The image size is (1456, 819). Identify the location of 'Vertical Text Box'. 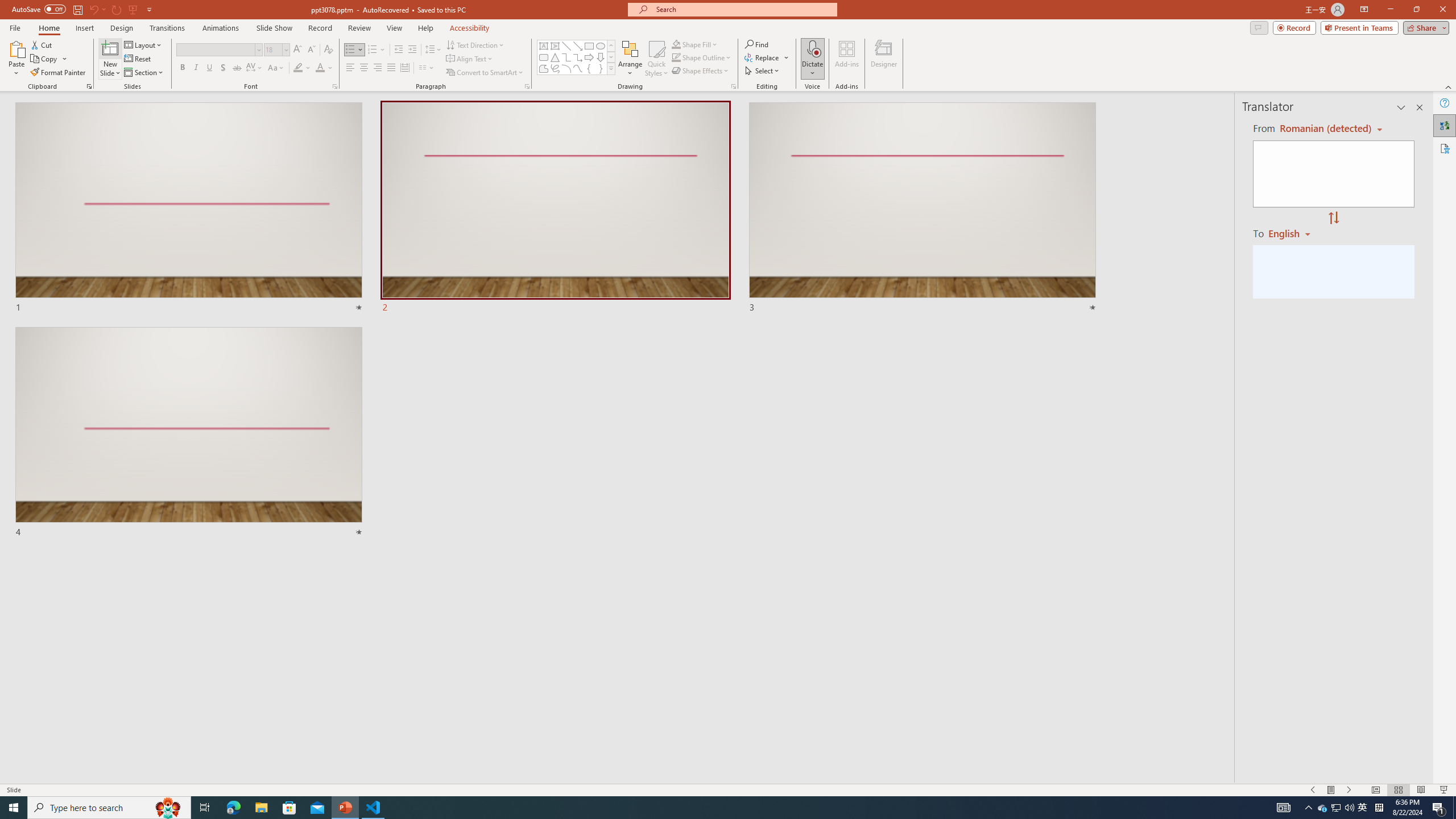
(554, 45).